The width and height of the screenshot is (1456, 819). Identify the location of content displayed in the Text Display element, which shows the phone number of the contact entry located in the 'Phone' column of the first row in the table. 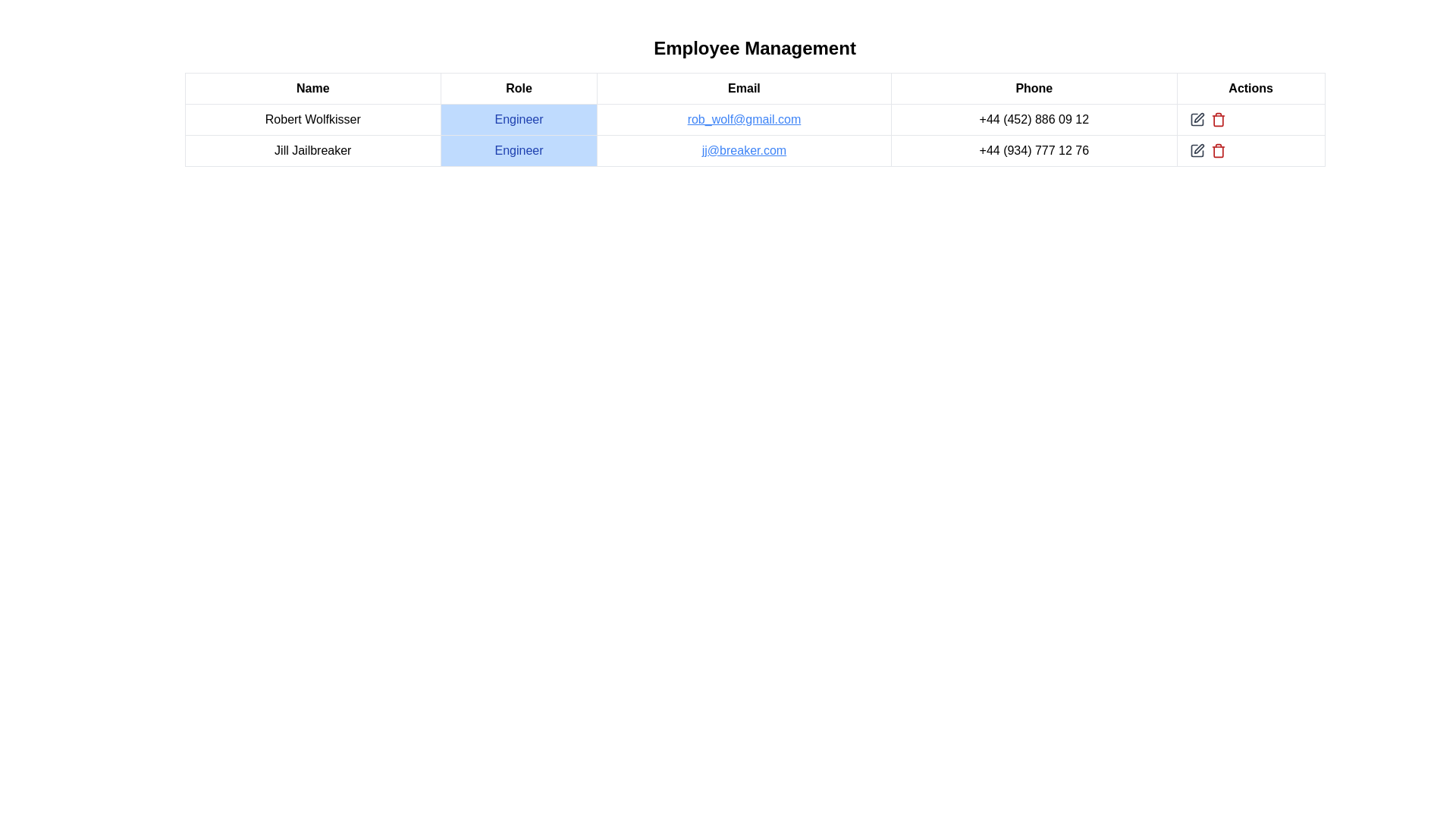
(1033, 119).